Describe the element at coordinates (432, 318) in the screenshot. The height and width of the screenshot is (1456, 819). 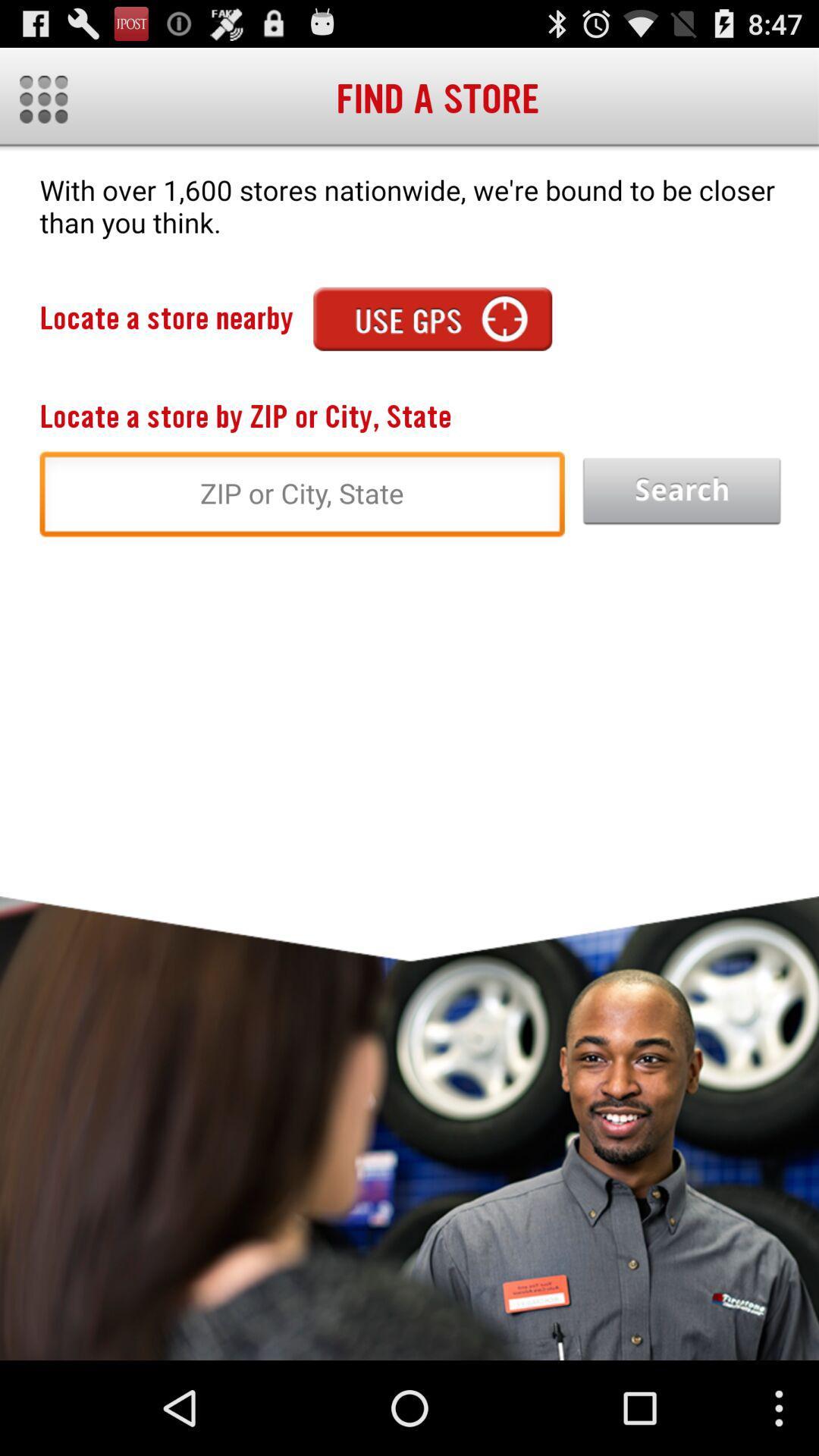
I see `app next to the locate a store icon` at that location.